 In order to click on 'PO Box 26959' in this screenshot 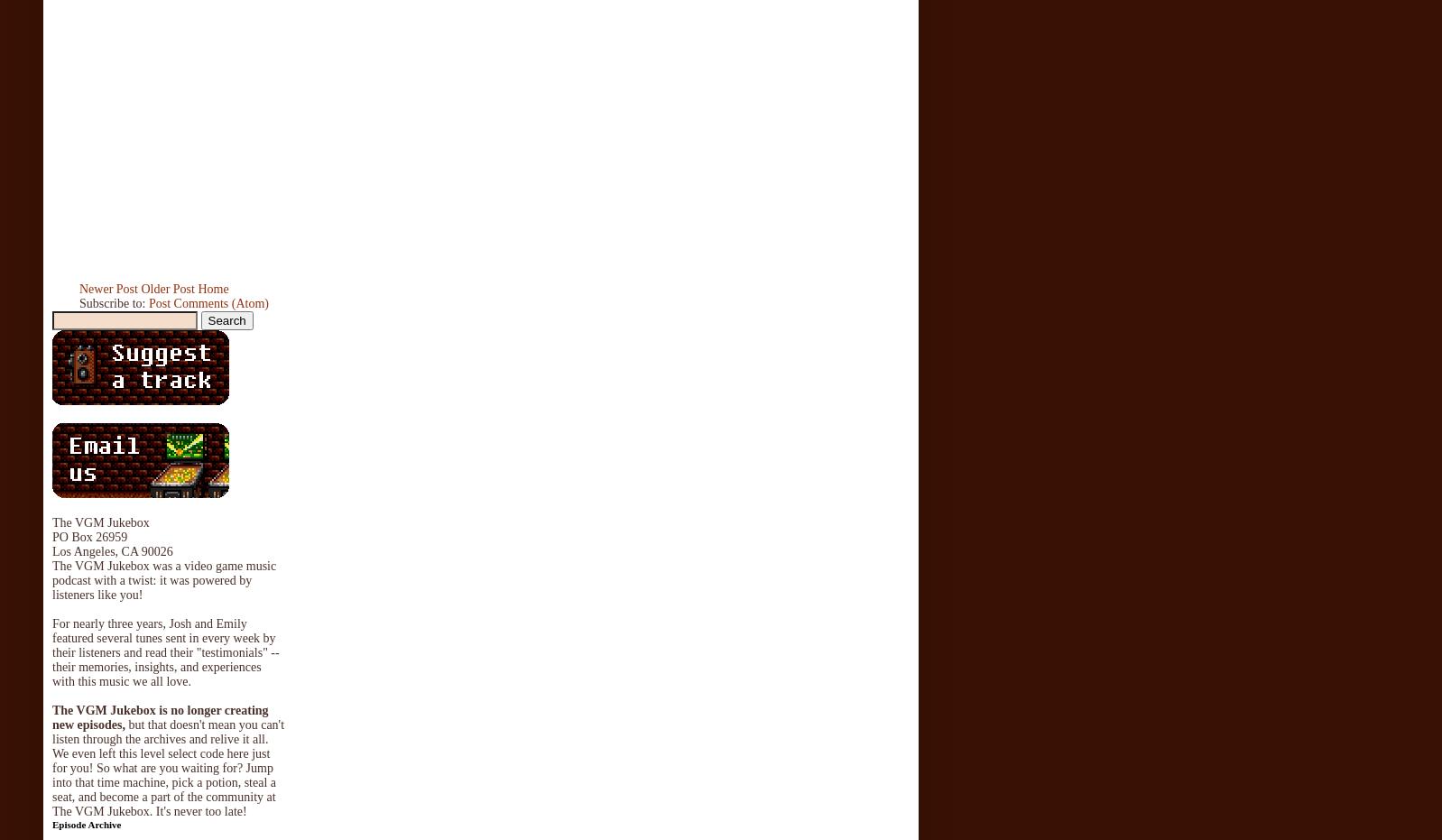, I will do `click(88, 535)`.